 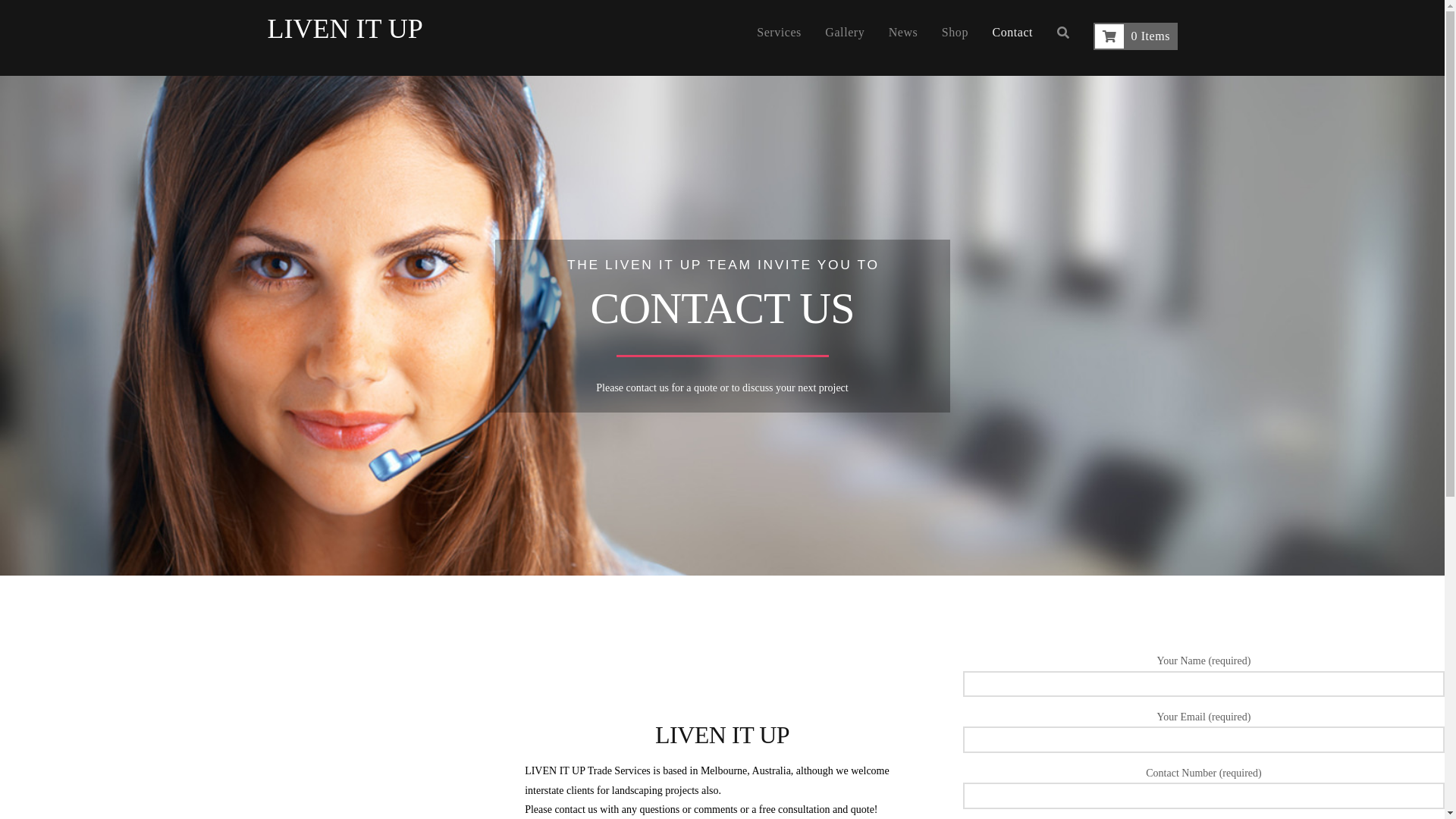 What do you see at coordinates (954, 37) in the screenshot?
I see `'Shop'` at bounding box center [954, 37].